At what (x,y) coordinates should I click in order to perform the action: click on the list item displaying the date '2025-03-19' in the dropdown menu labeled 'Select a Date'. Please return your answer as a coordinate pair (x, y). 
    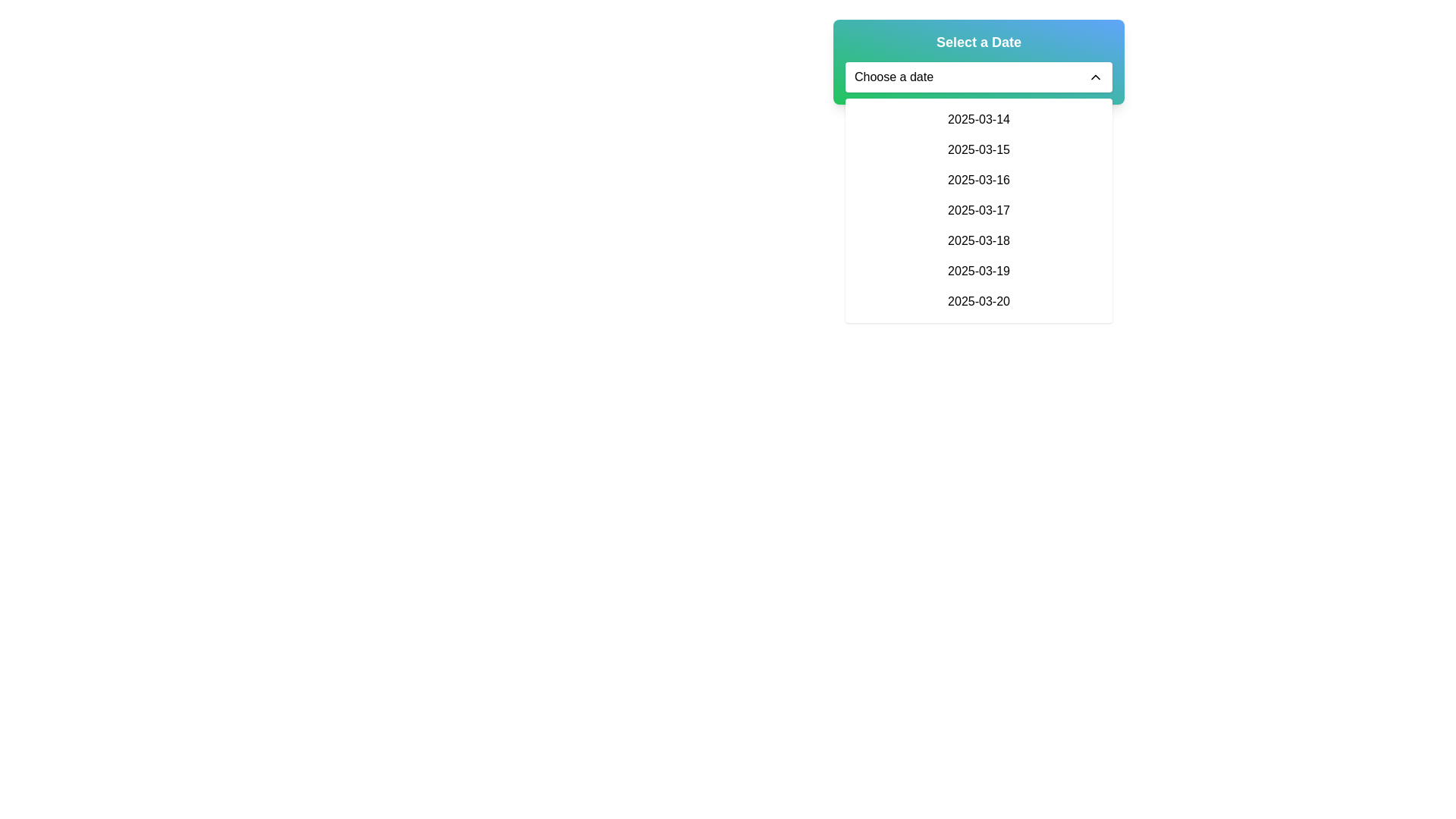
    Looking at the image, I should click on (979, 271).